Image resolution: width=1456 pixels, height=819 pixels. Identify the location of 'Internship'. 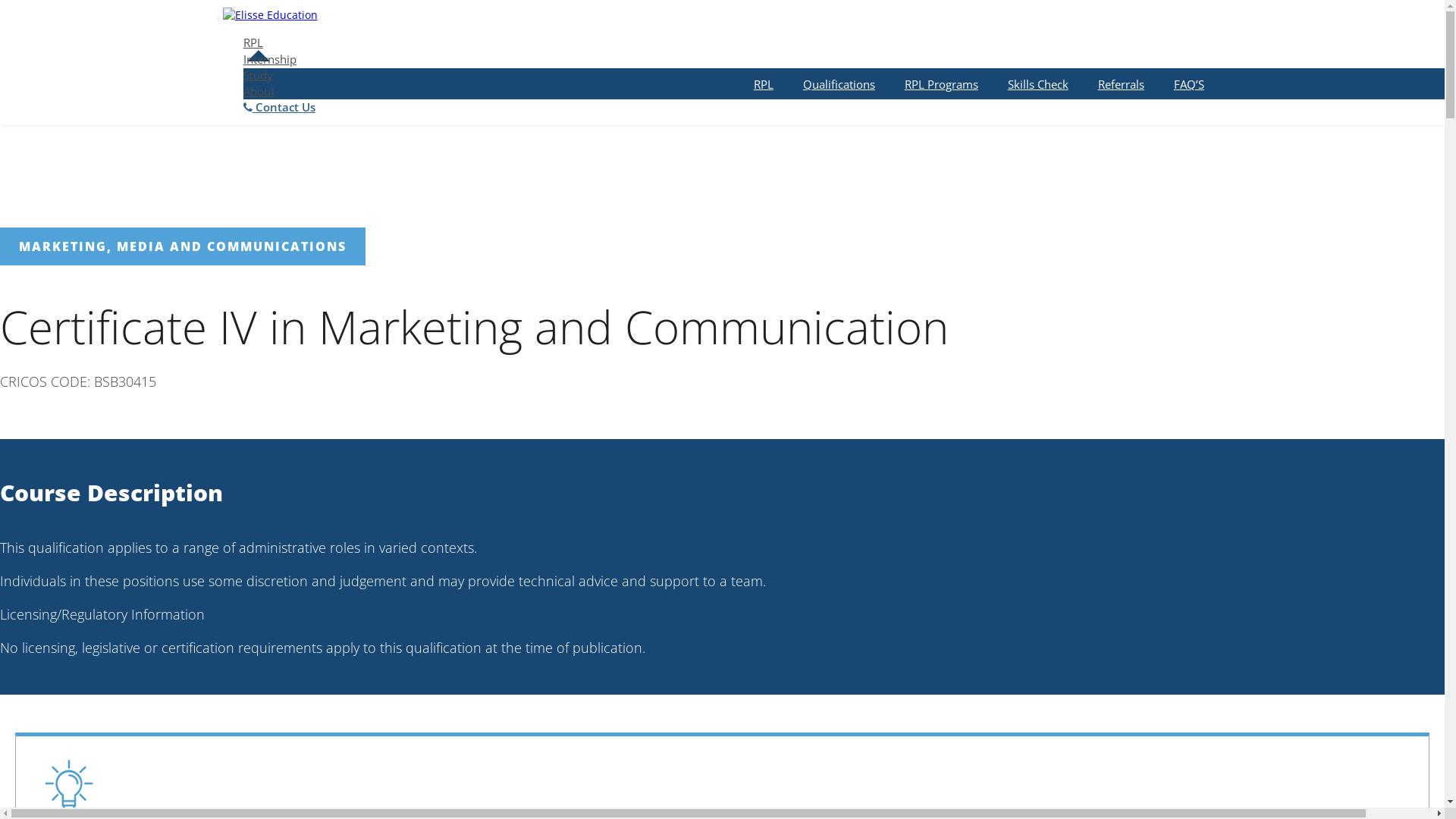
(269, 58).